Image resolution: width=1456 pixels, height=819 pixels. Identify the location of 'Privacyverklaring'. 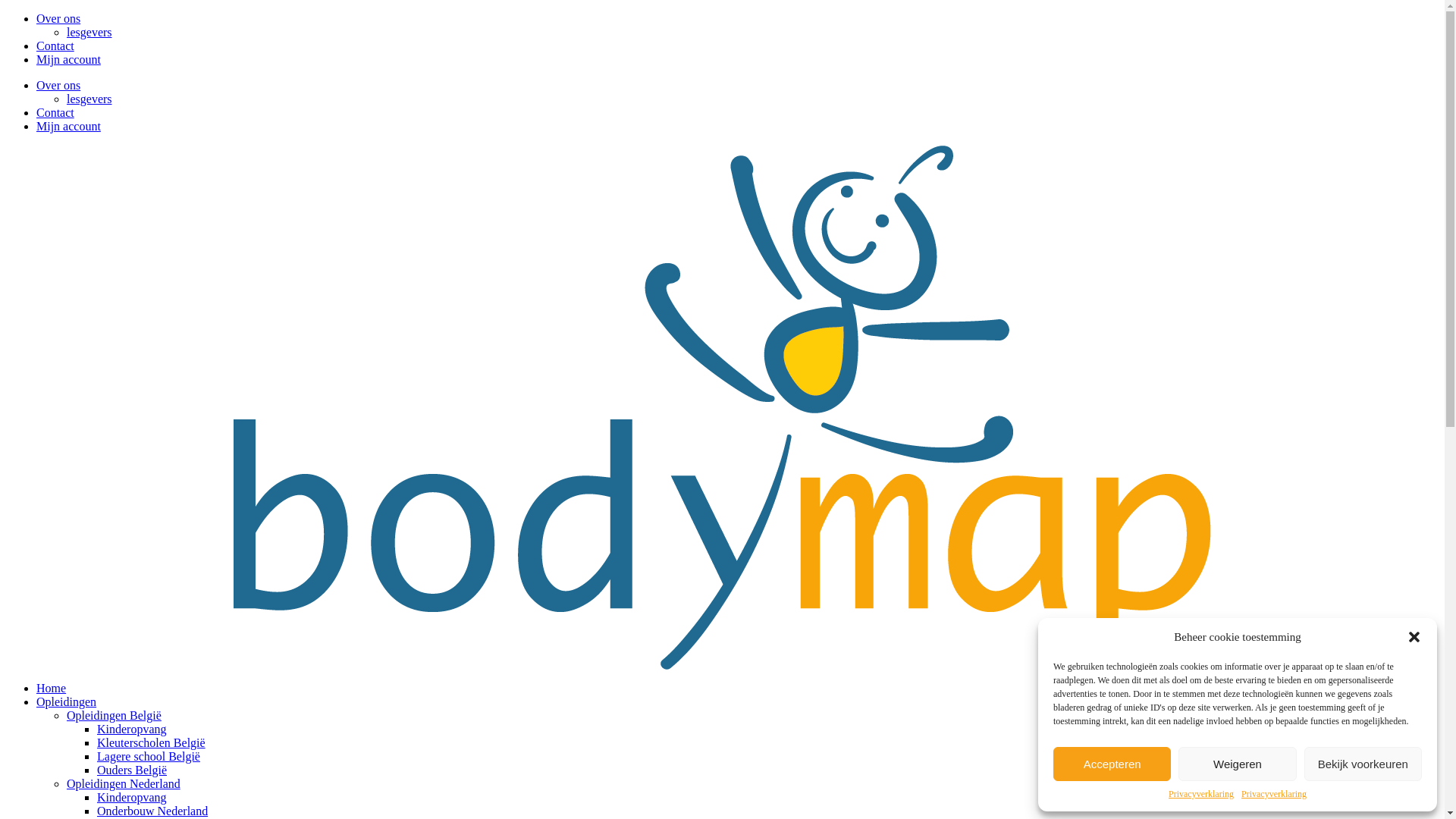
(1200, 793).